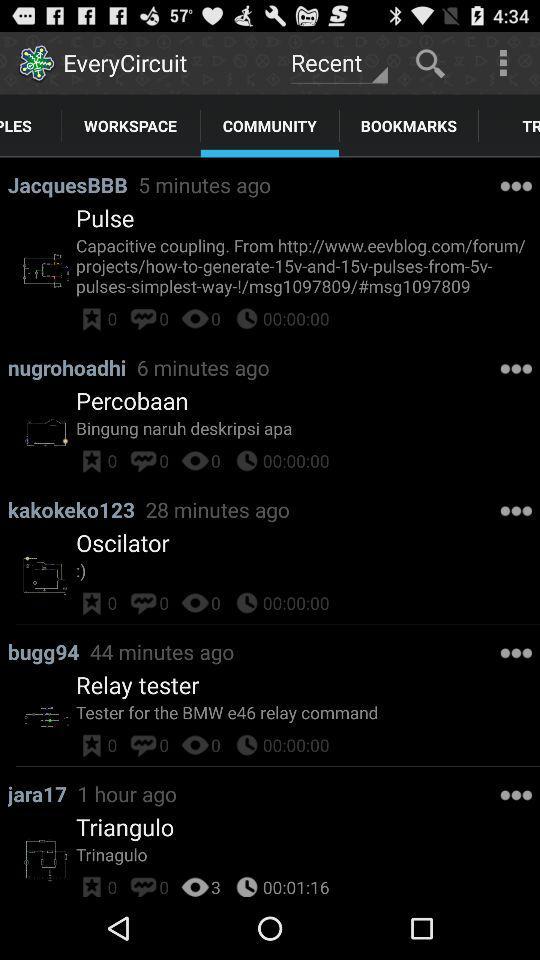  What do you see at coordinates (125, 827) in the screenshot?
I see `icon above trinagulo icon` at bounding box center [125, 827].